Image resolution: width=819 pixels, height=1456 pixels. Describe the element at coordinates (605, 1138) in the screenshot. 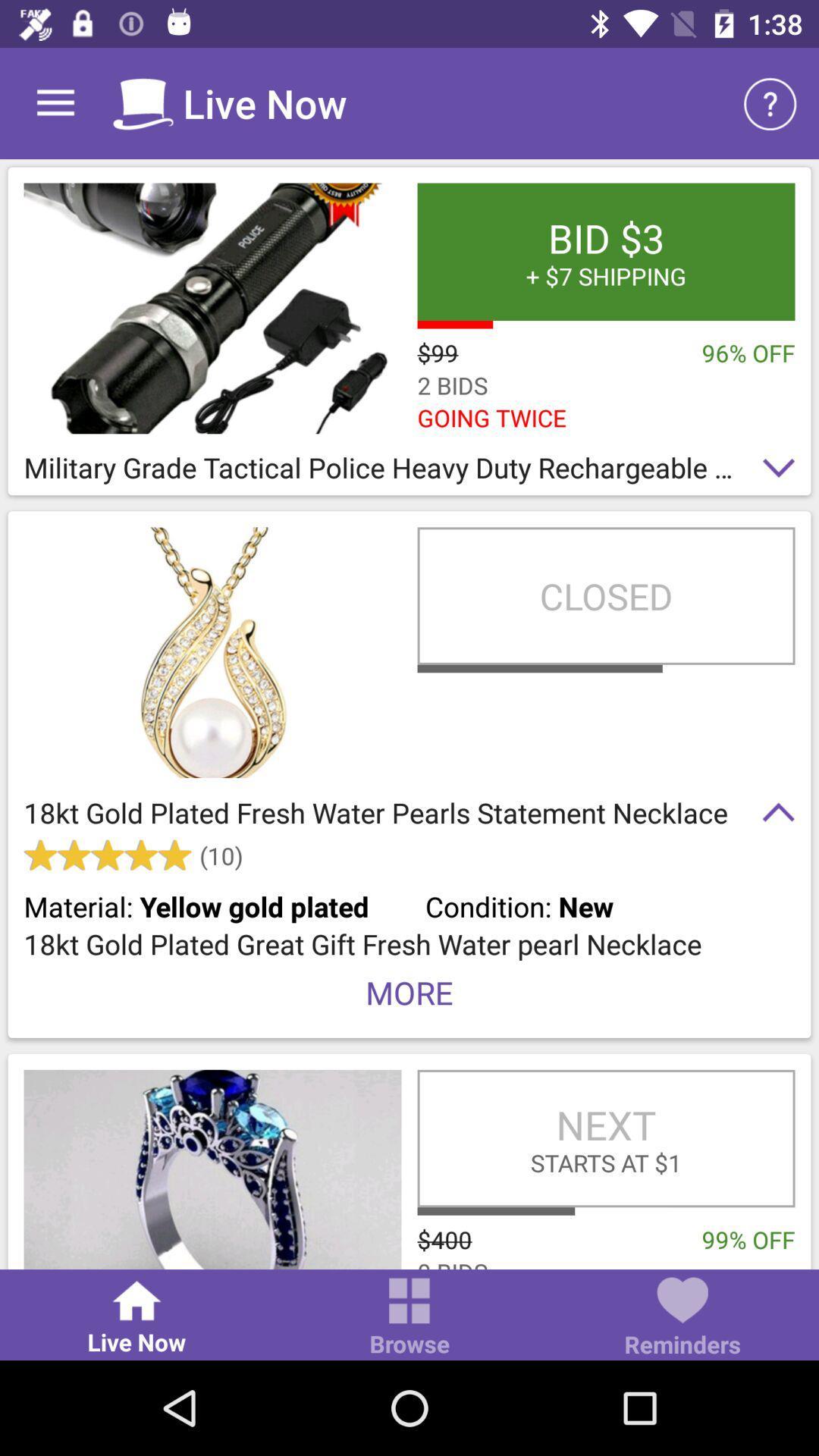

I see `the item below more` at that location.